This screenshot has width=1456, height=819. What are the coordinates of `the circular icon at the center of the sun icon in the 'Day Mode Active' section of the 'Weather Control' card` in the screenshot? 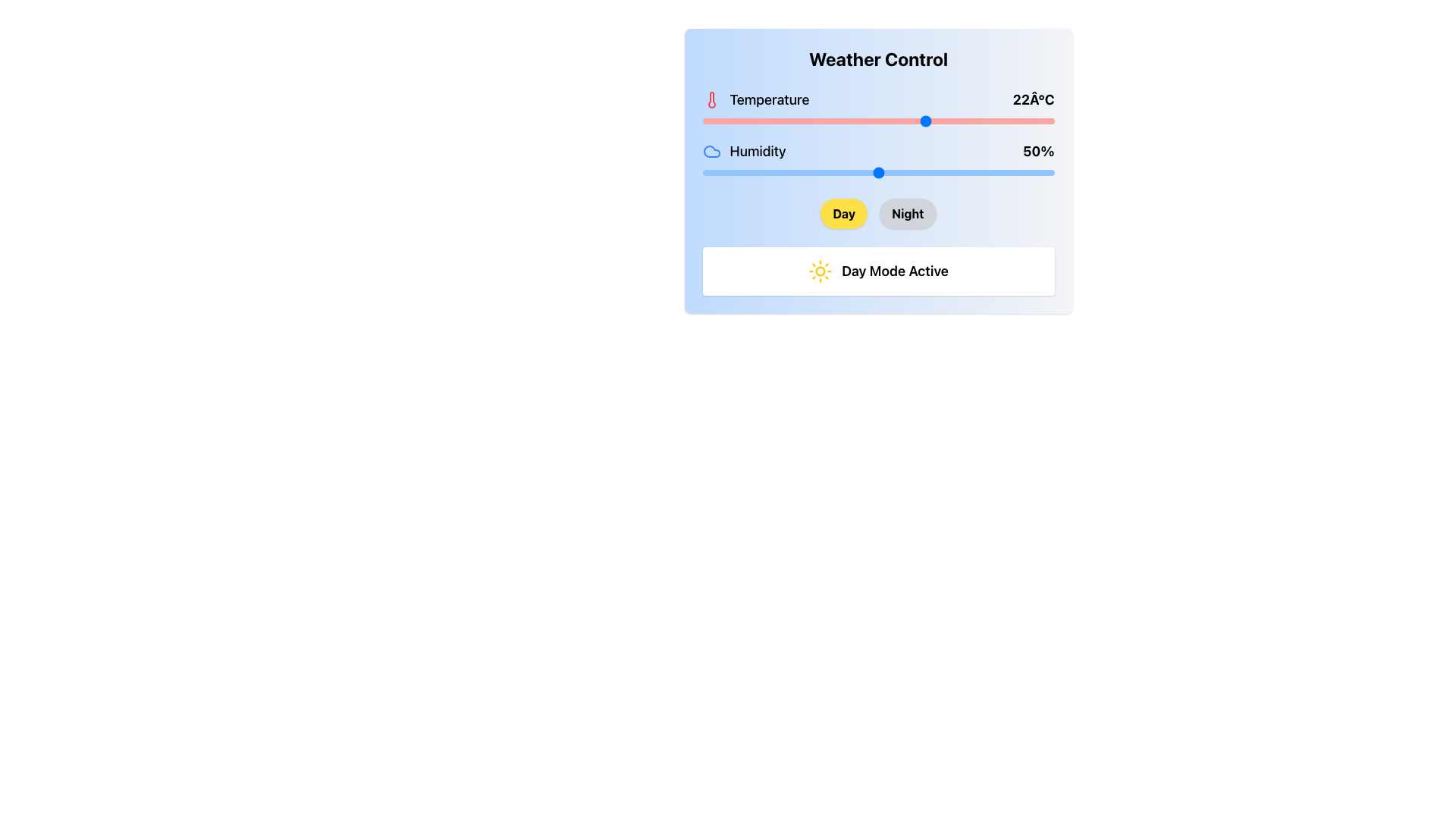 It's located at (820, 271).